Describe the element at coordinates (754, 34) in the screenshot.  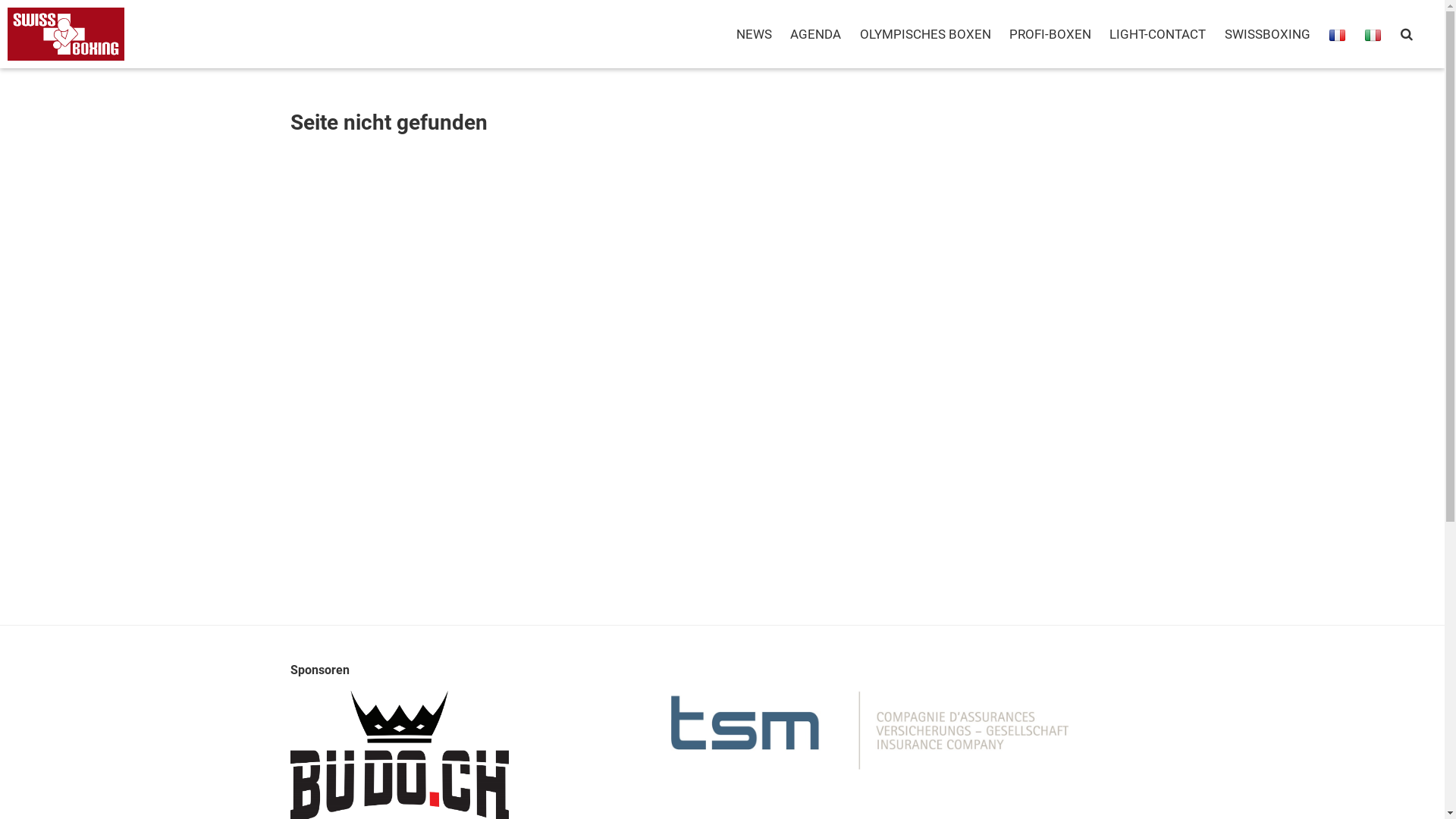
I see `'NEWS'` at that location.